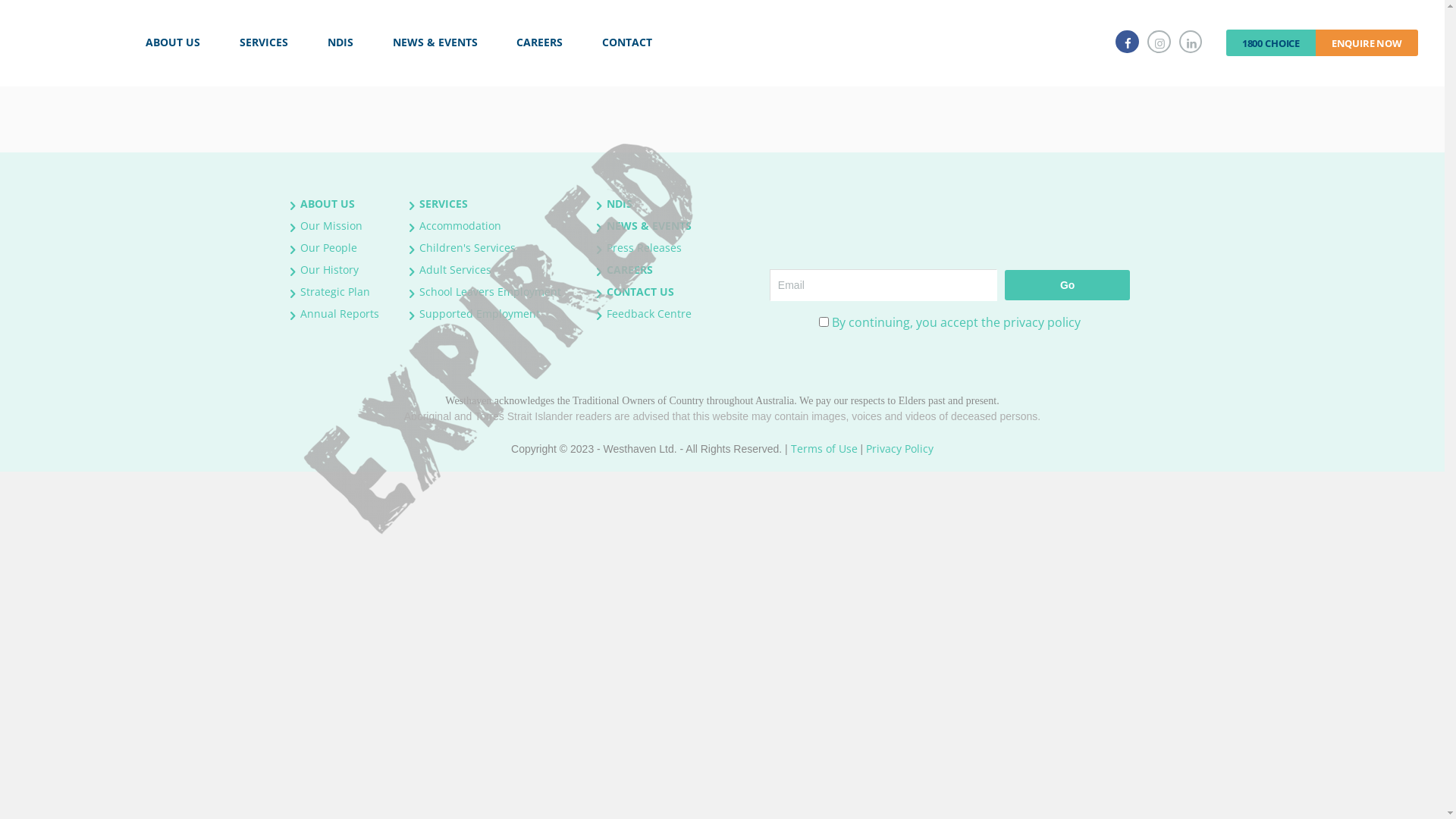  What do you see at coordinates (338, 312) in the screenshot?
I see `'Annual Reports'` at bounding box center [338, 312].